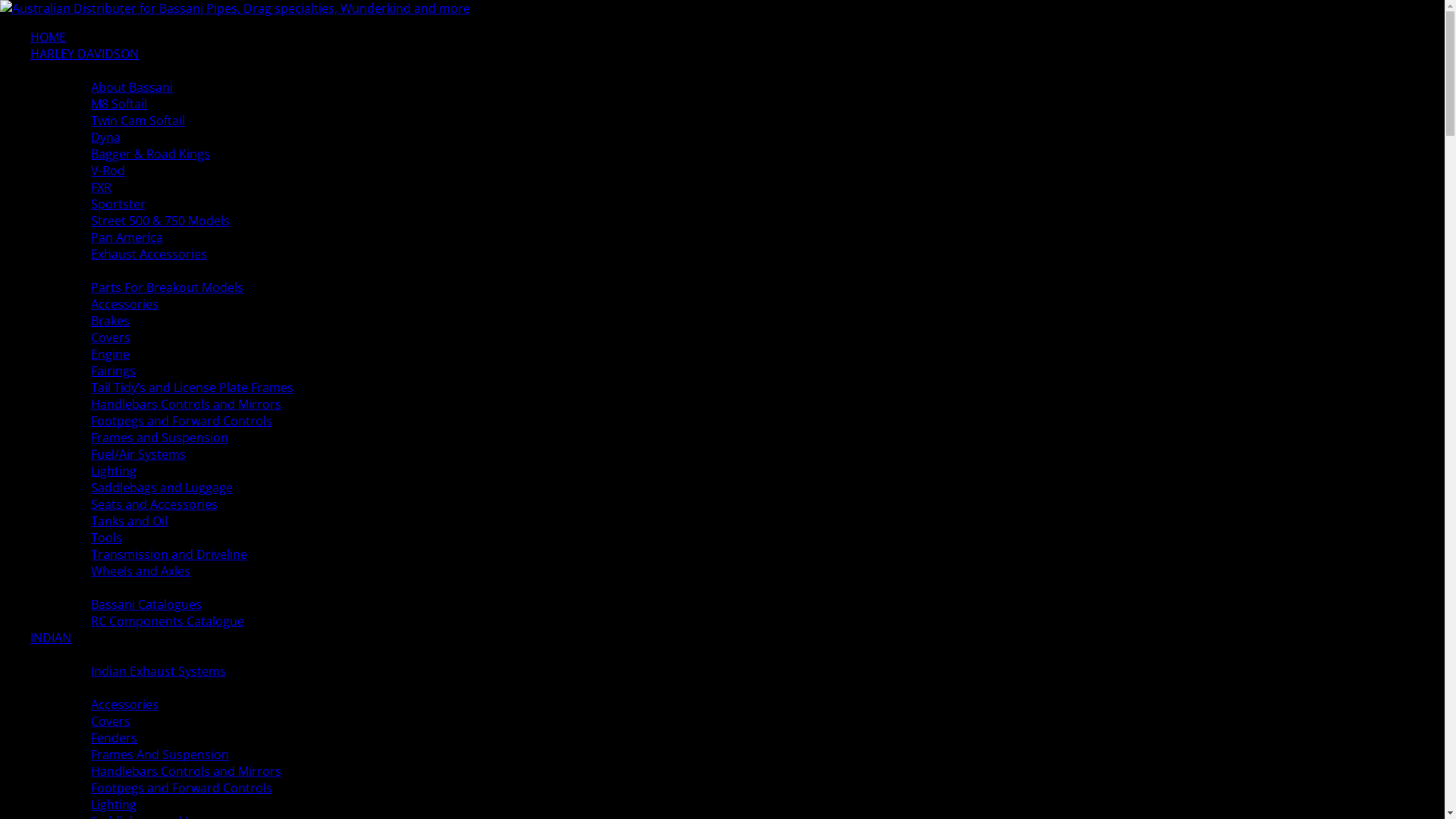 This screenshot has width=1456, height=819. What do you see at coordinates (138, 453) in the screenshot?
I see `'Fuel/Air Systems'` at bounding box center [138, 453].